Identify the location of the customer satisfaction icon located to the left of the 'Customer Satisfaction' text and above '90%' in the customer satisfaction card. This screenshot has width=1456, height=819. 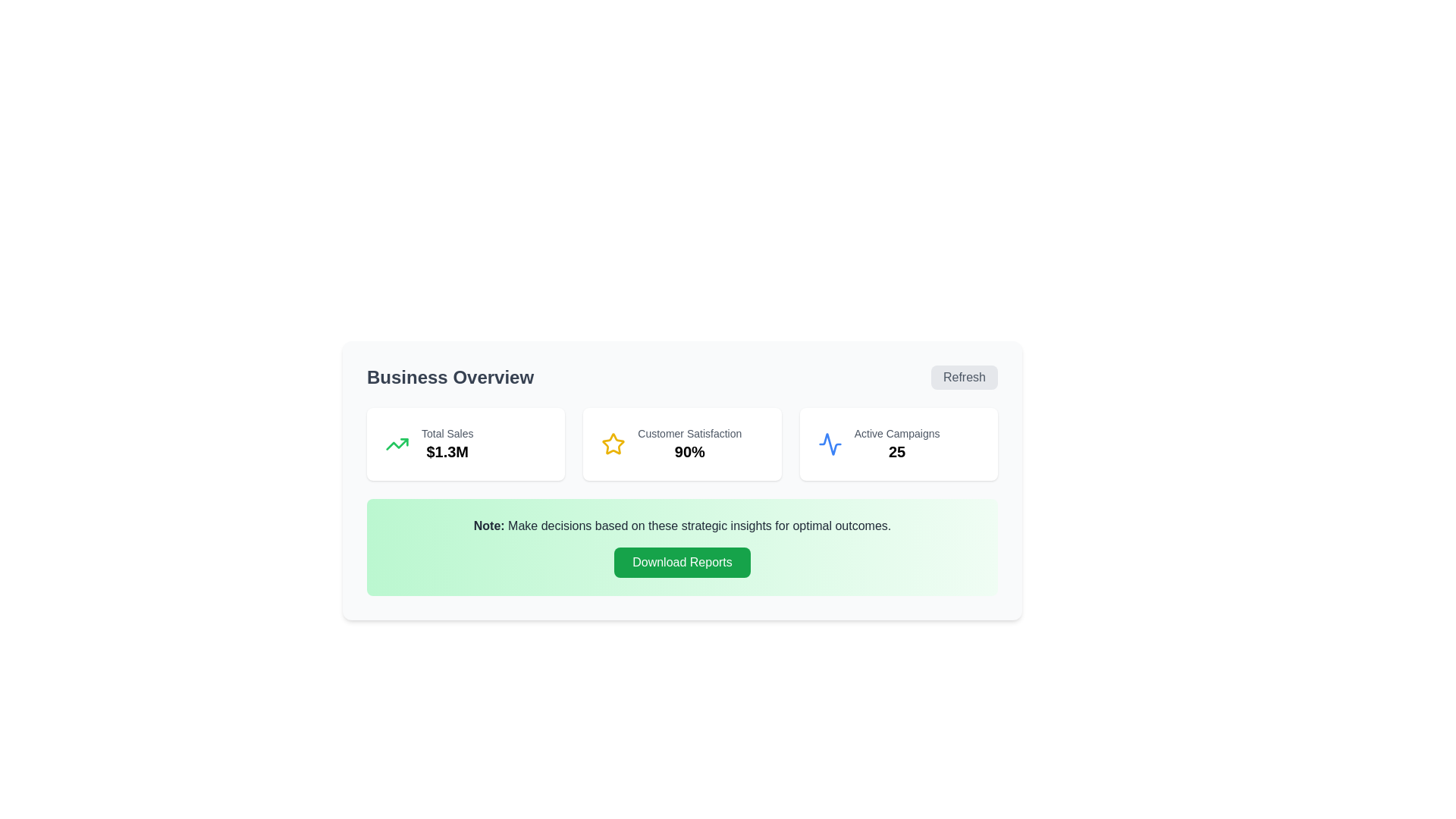
(613, 444).